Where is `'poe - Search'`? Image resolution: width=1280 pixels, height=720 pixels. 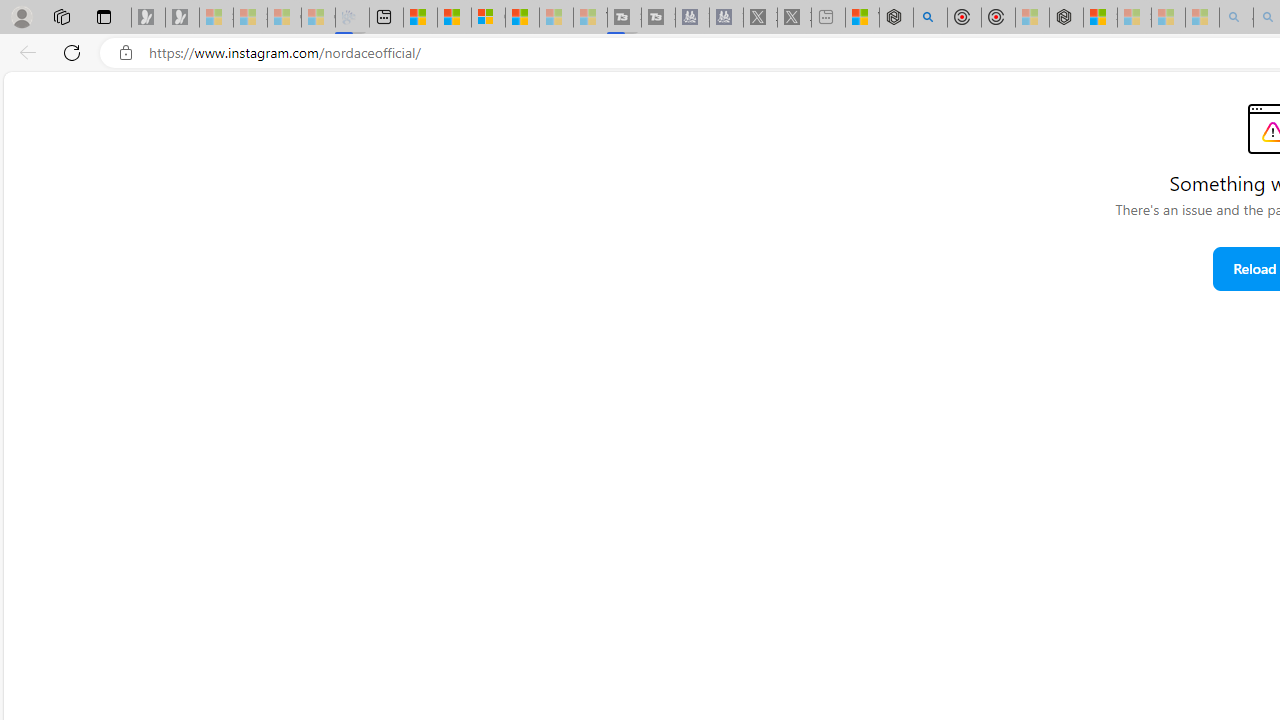 'poe - Search' is located at coordinates (929, 17).